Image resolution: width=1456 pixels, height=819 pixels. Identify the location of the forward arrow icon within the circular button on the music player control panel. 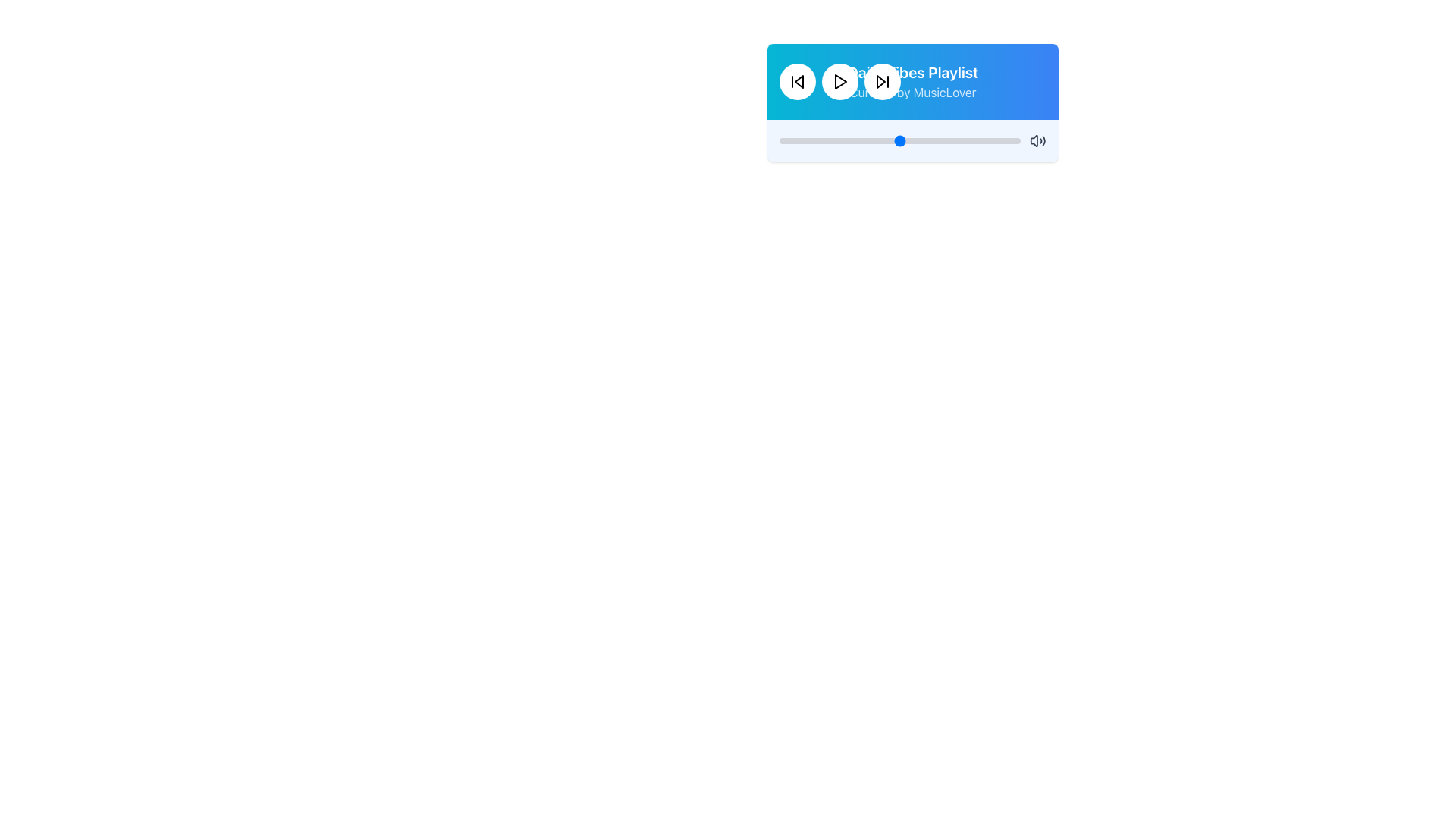
(880, 82).